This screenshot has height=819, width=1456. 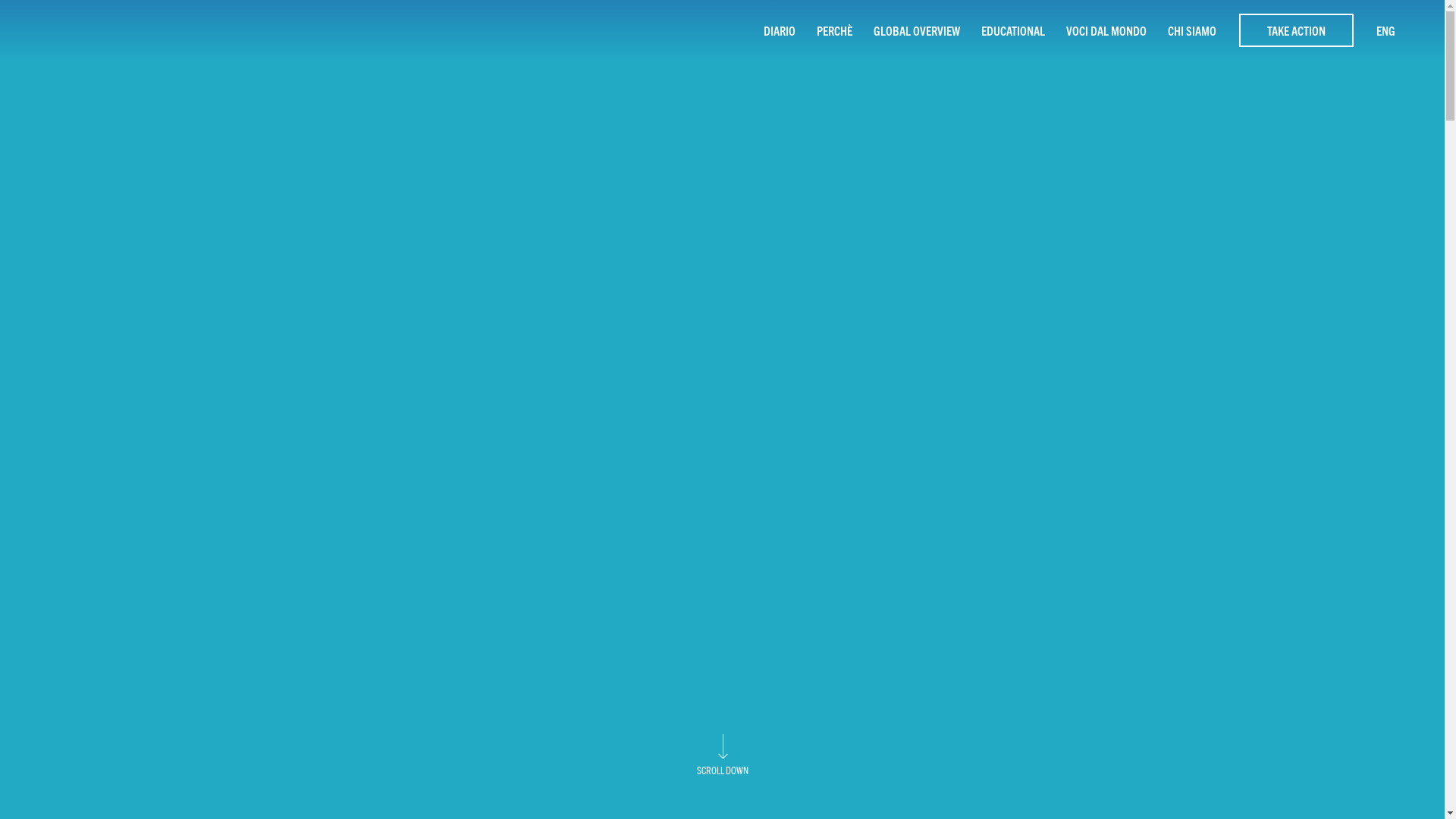 What do you see at coordinates (1065, 30) in the screenshot?
I see `'VOCI DAL MONDO'` at bounding box center [1065, 30].